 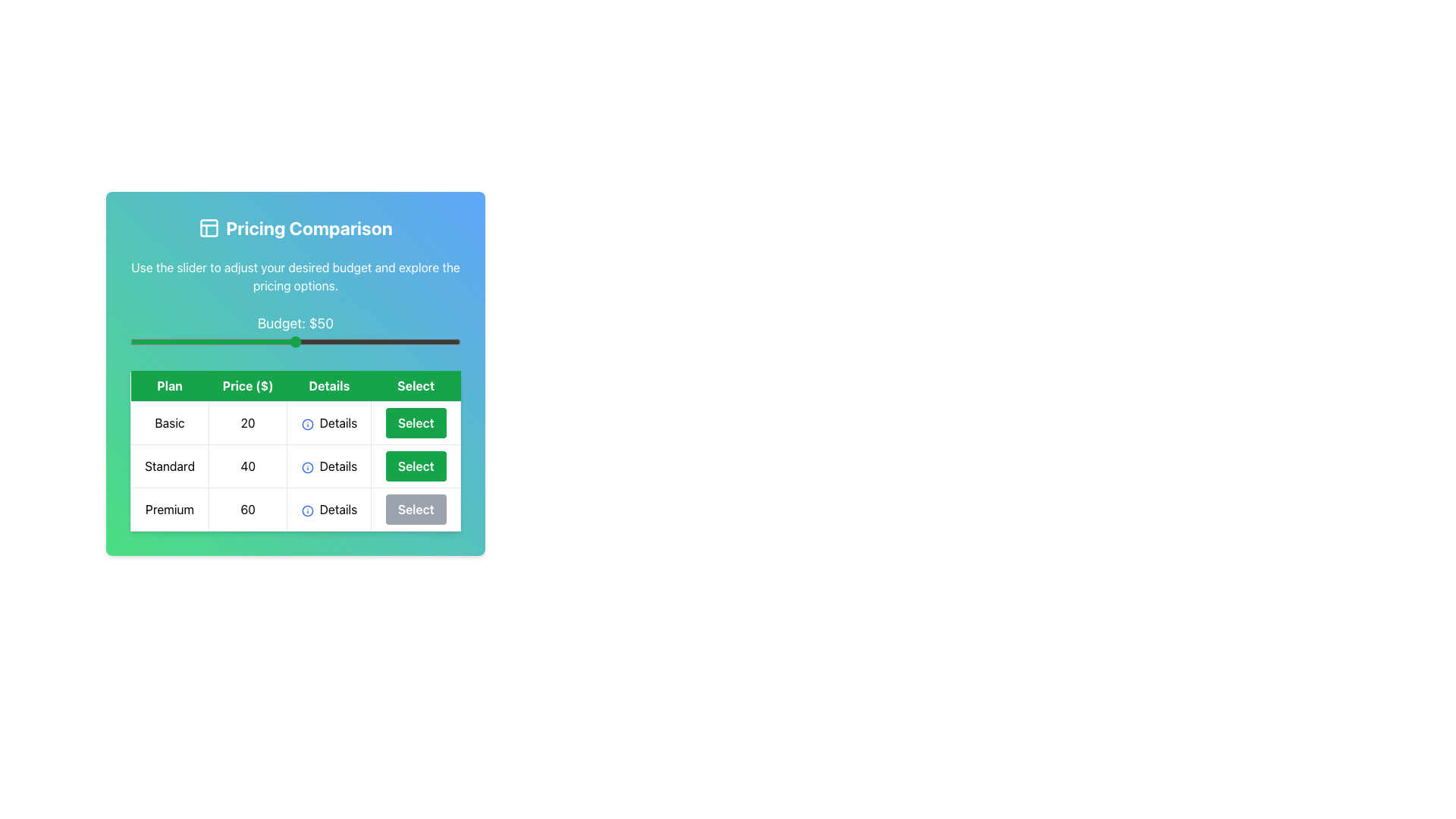 I want to click on the 'Details' interactive text with an information icon in the 'Standard' row of the pricing table, so click(x=295, y=465).